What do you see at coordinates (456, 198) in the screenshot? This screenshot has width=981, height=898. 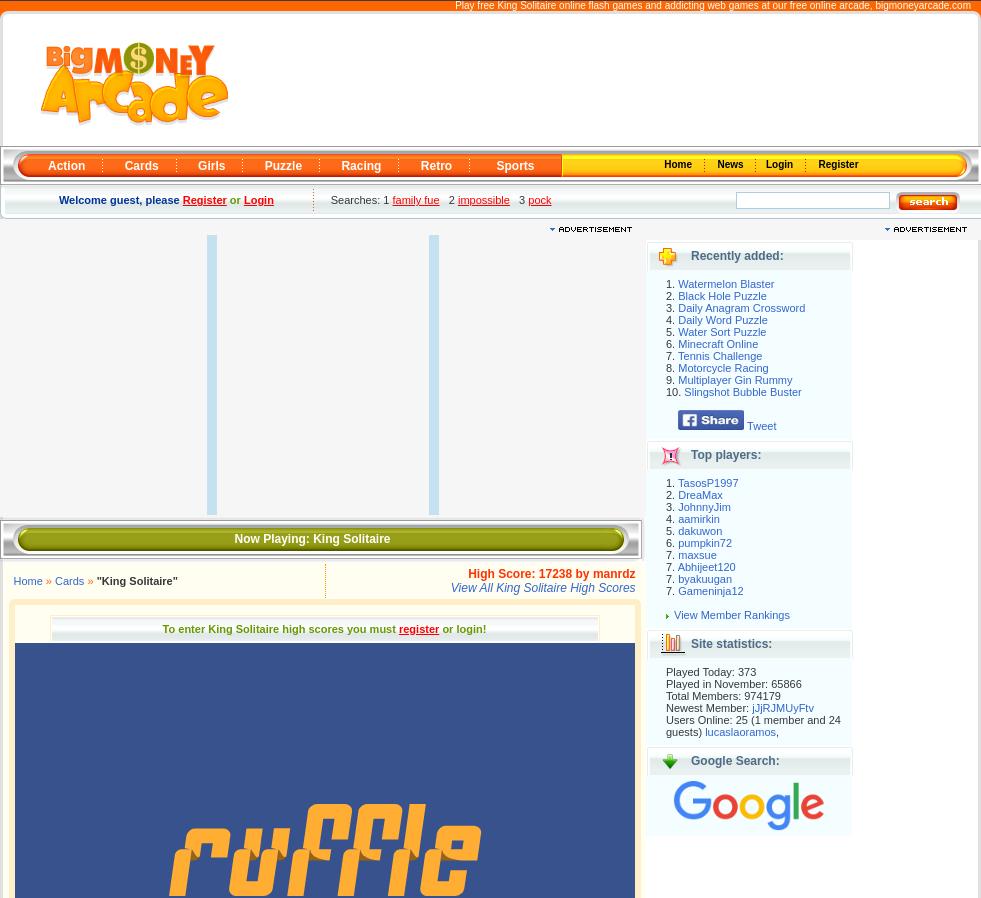 I see `'impossible'` at bounding box center [456, 198].